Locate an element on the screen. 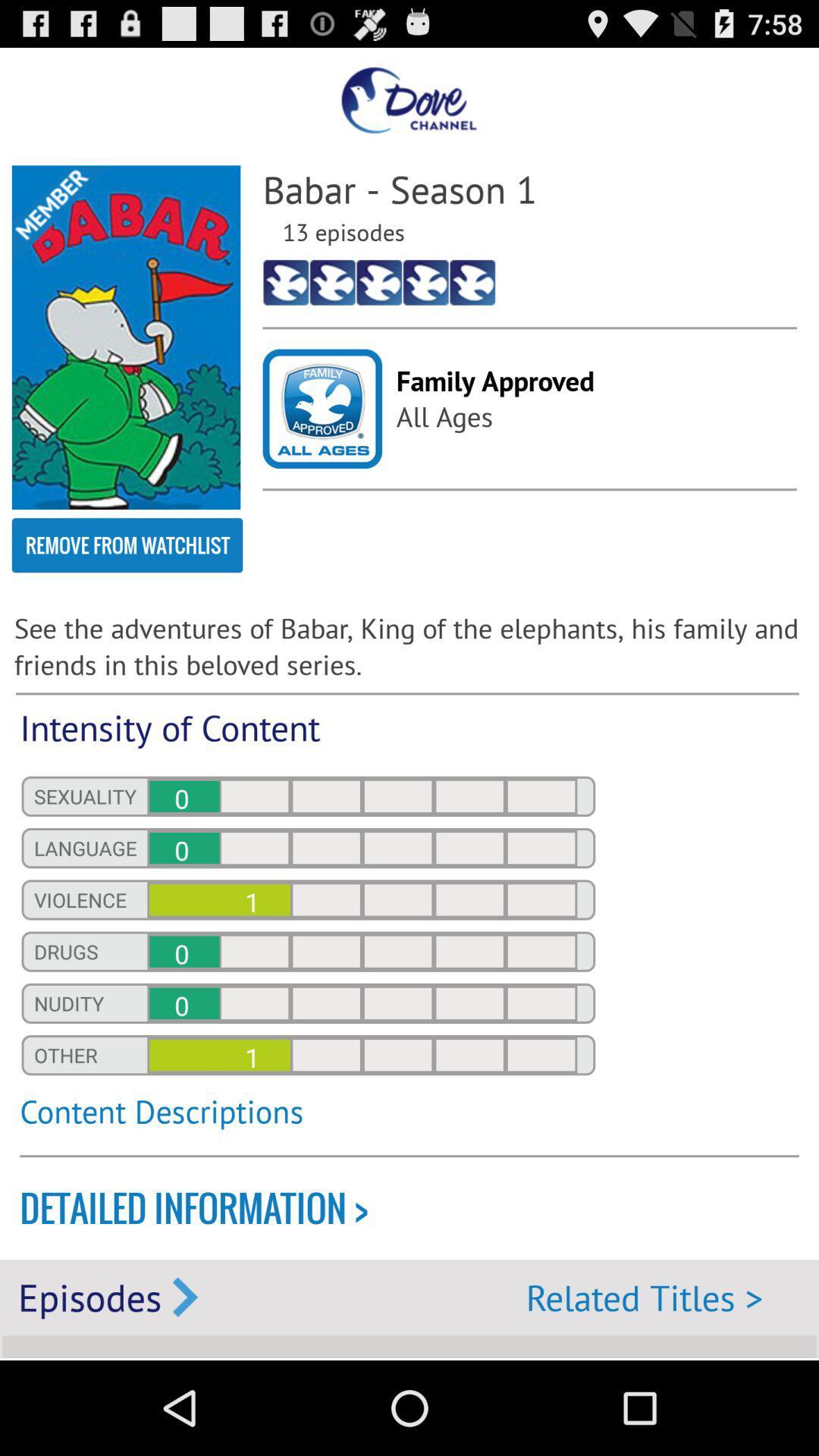 The height and width of the screenshot is (1456, 819). remove from watchlist item is located at coordinates (127, 545).